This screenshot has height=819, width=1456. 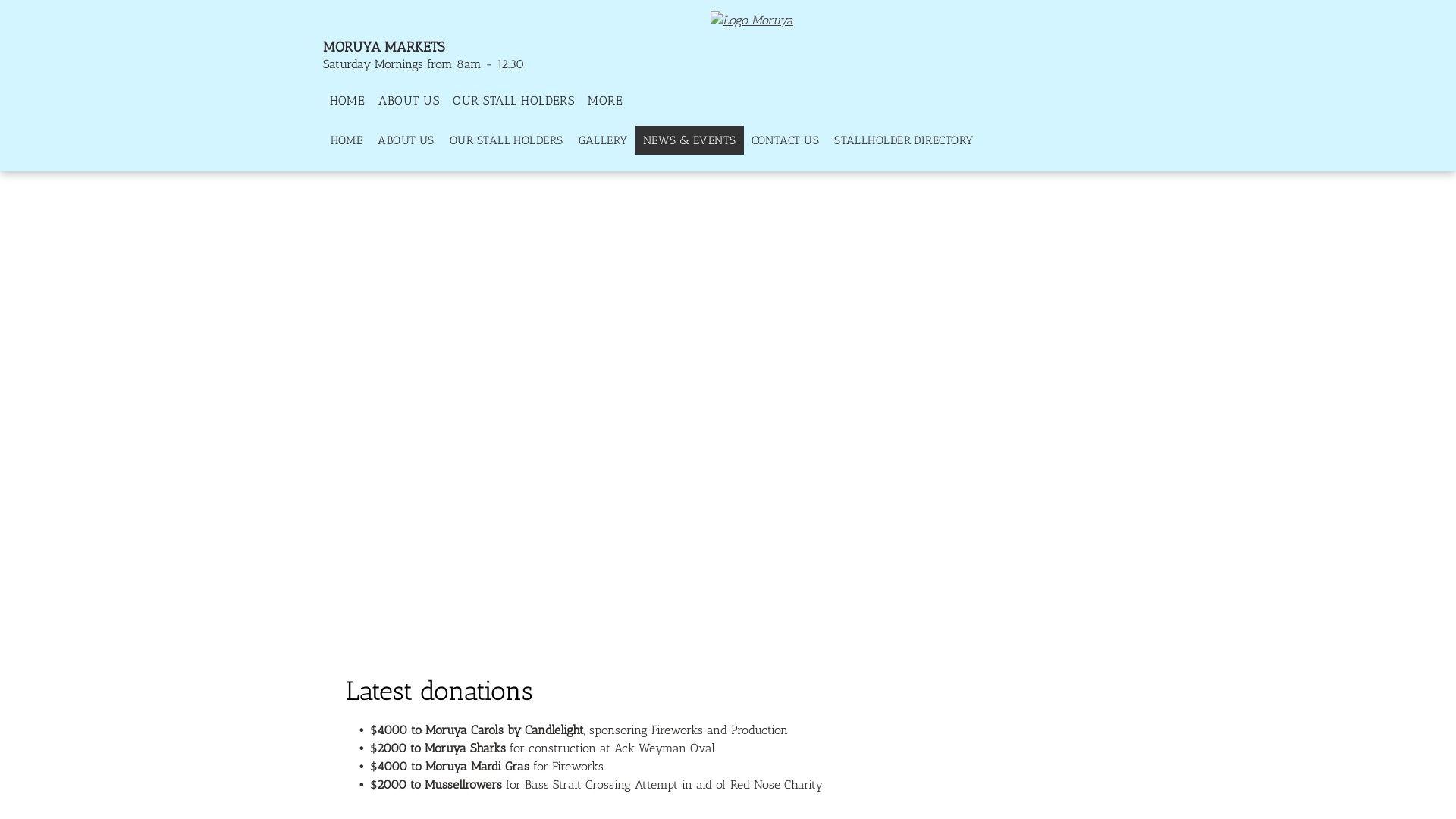 What do you see at coordinates (347, 100) in the screenshot?
I see `'HOME'` at bounding box center [347, 100].